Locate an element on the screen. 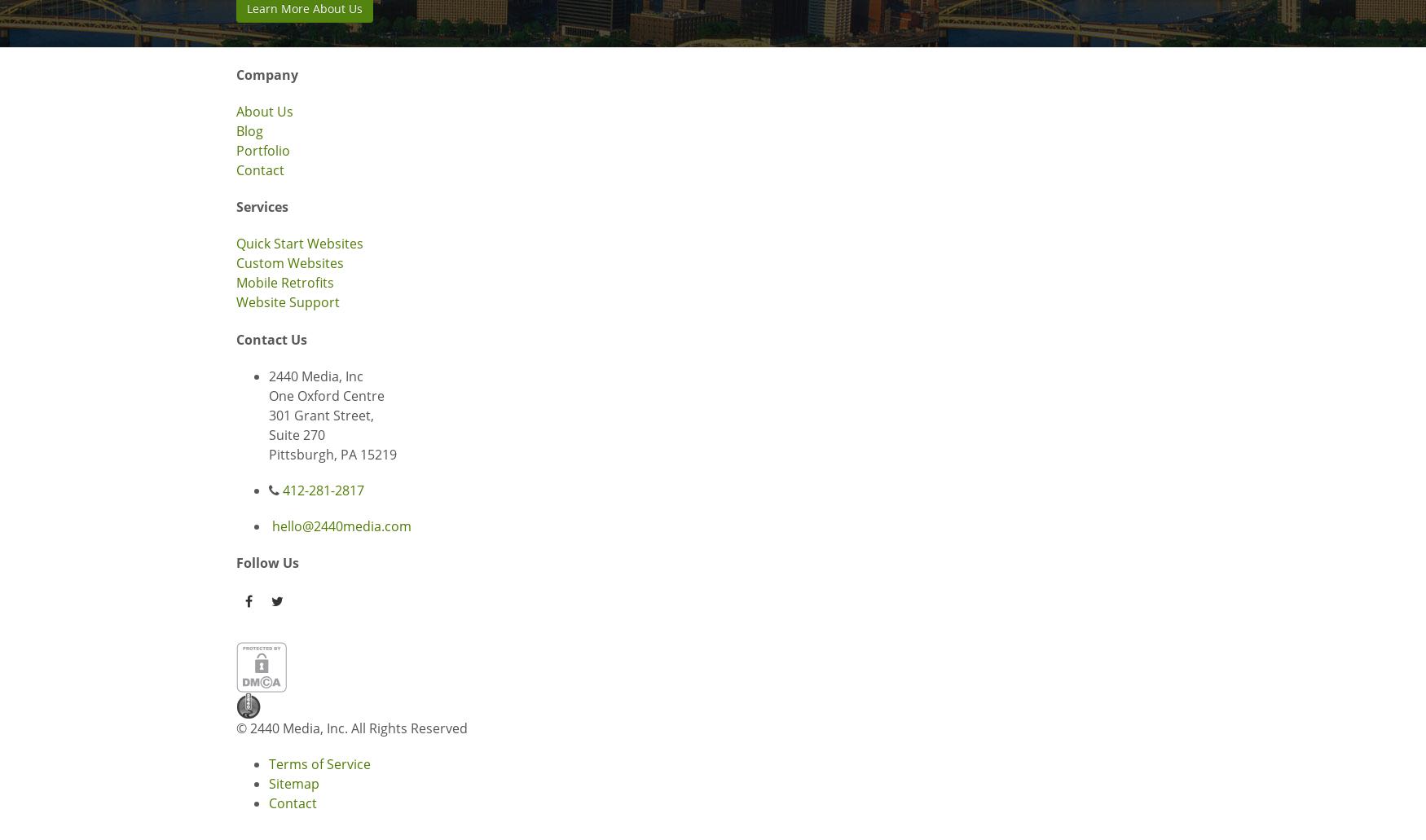 This screenshot has height=840, width=1426. 'Custom Websites' is located at coordinates (289, 262).